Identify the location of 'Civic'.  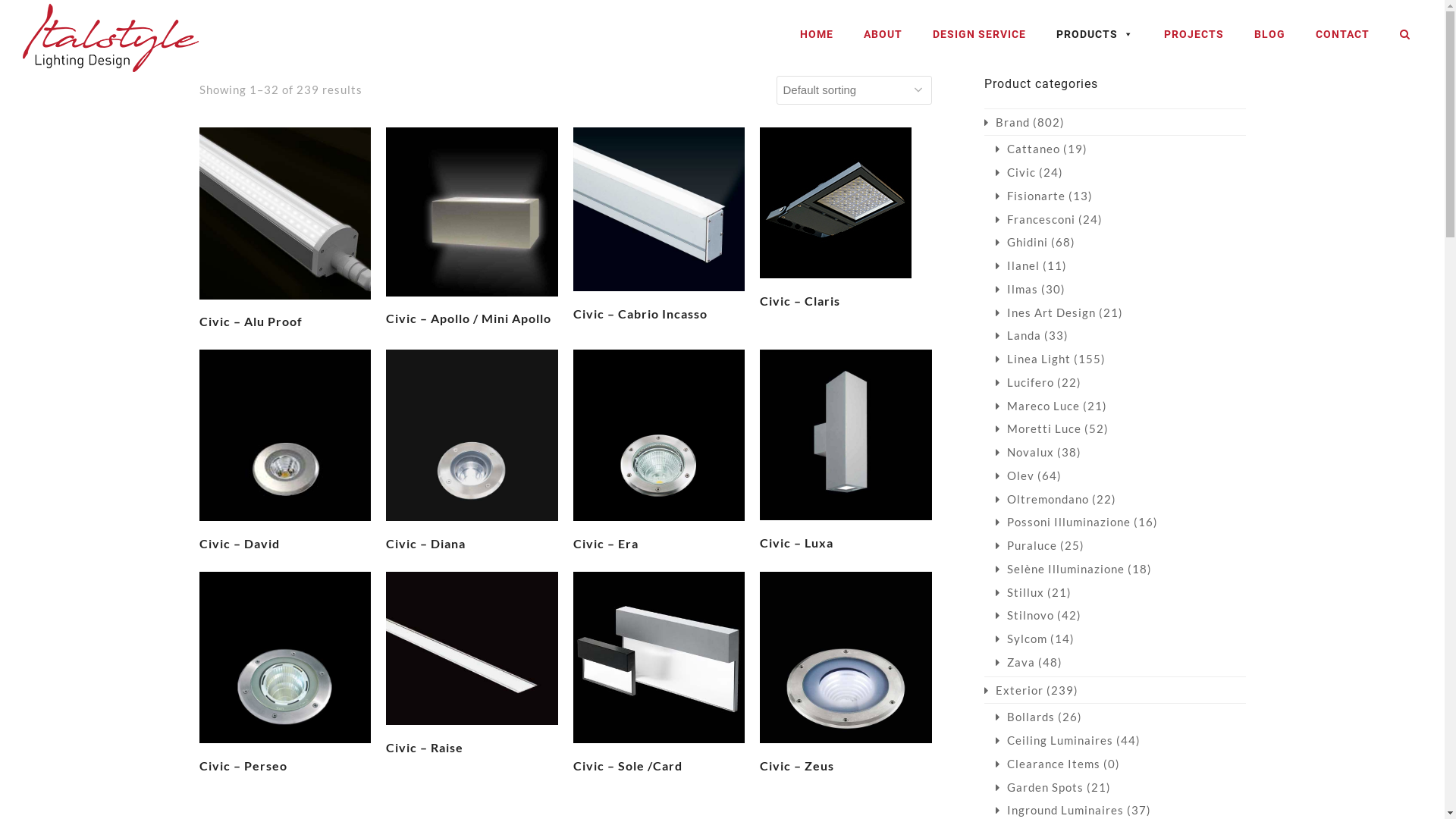
(994, 171).